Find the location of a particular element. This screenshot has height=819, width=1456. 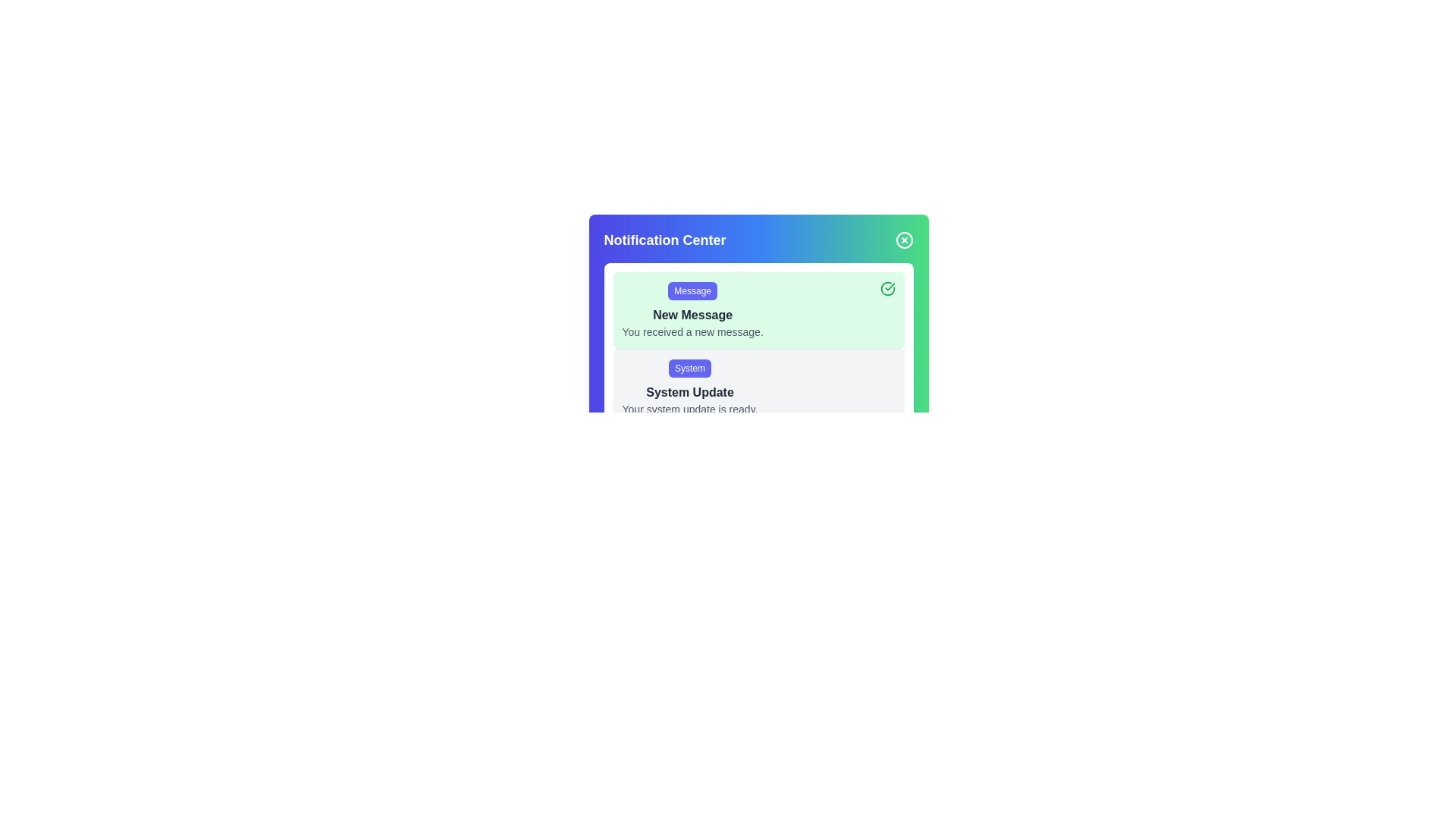

the Notification Card displaying a new message, located at the top of the Notification Center interface is located at coordinates (758, 309).